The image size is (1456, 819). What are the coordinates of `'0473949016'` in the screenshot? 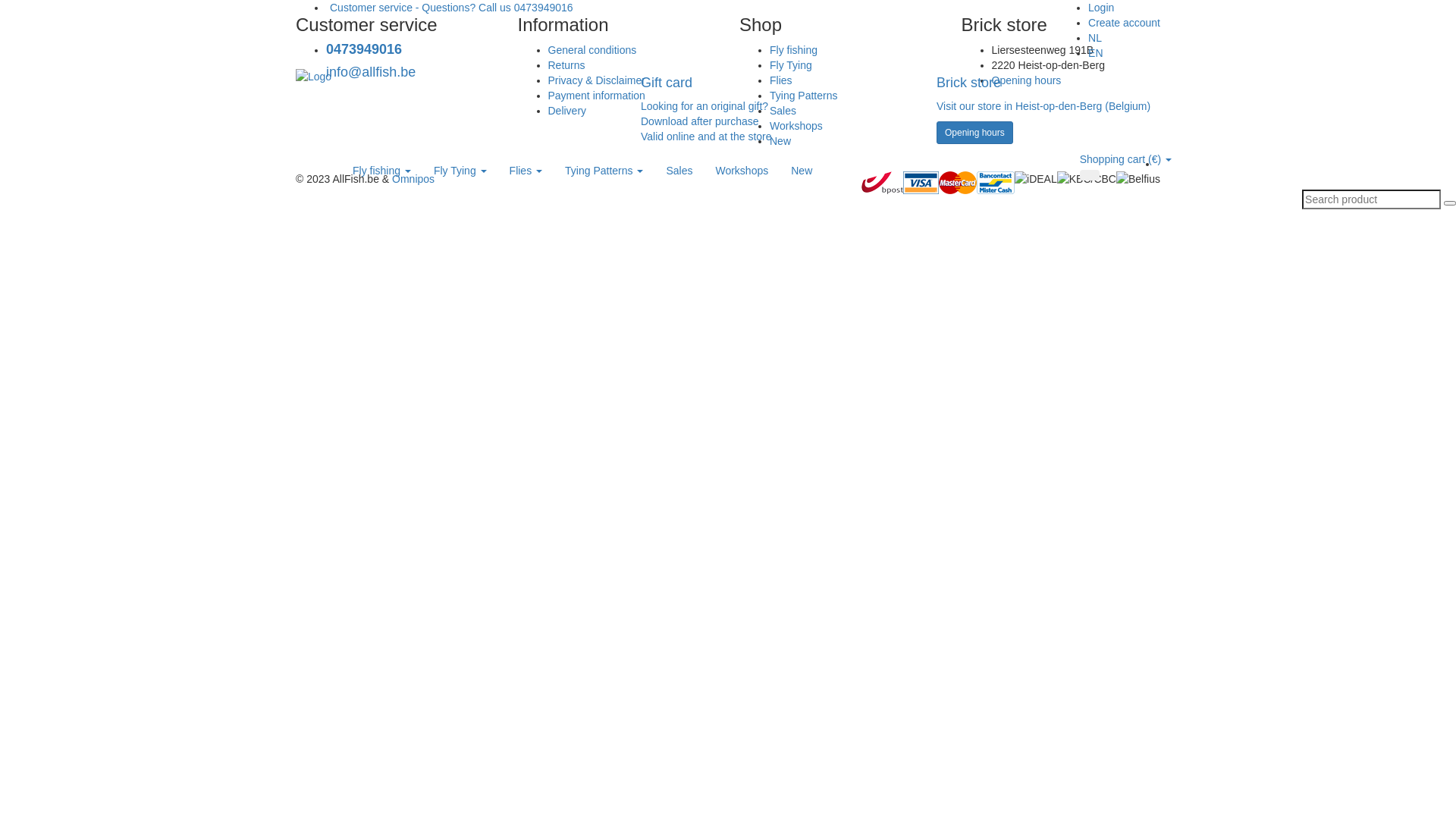 It's located at (364, 49).